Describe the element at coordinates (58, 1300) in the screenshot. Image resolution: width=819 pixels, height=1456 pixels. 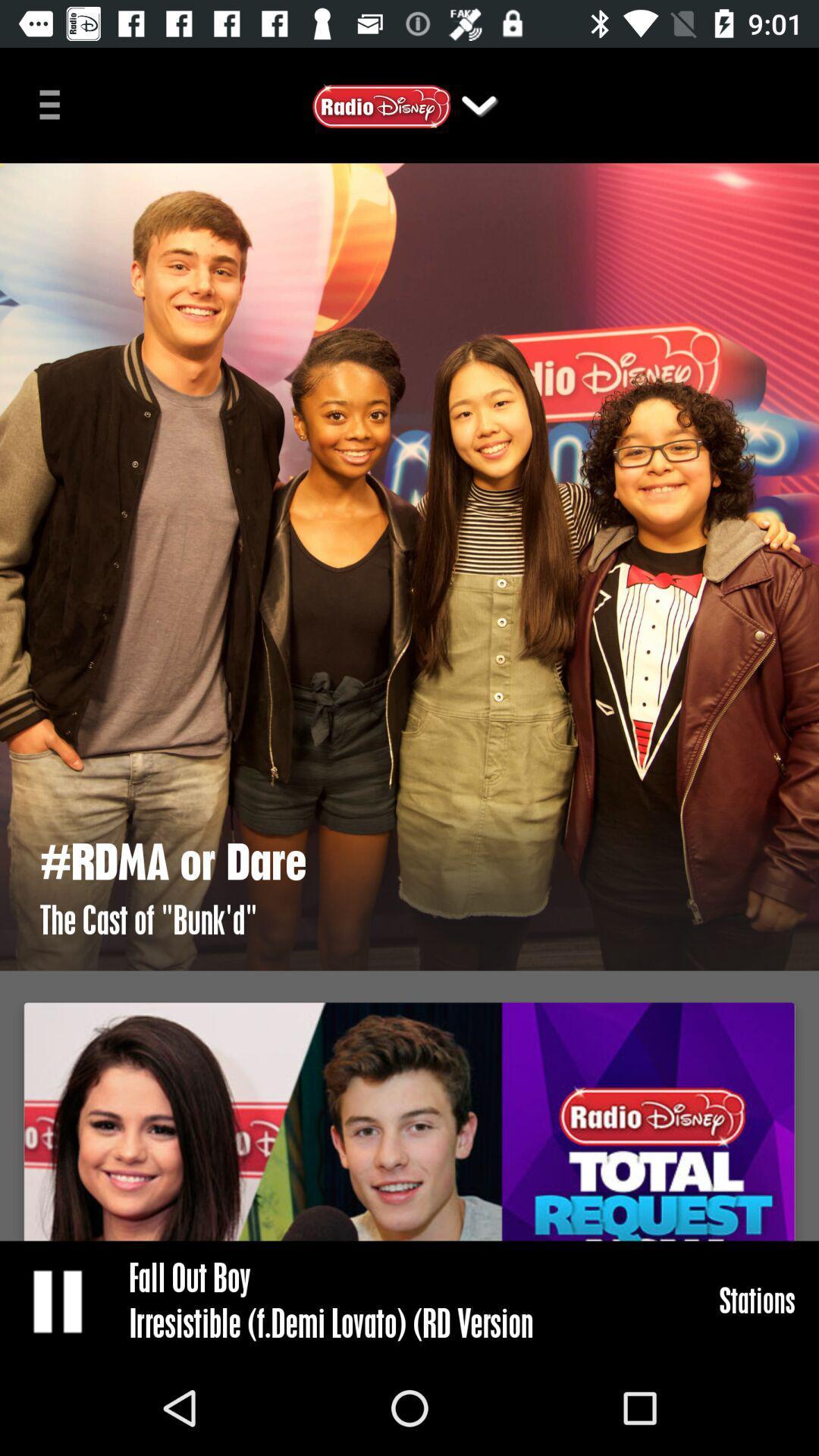
I see `the item next to the fall out boy icon` at that location.